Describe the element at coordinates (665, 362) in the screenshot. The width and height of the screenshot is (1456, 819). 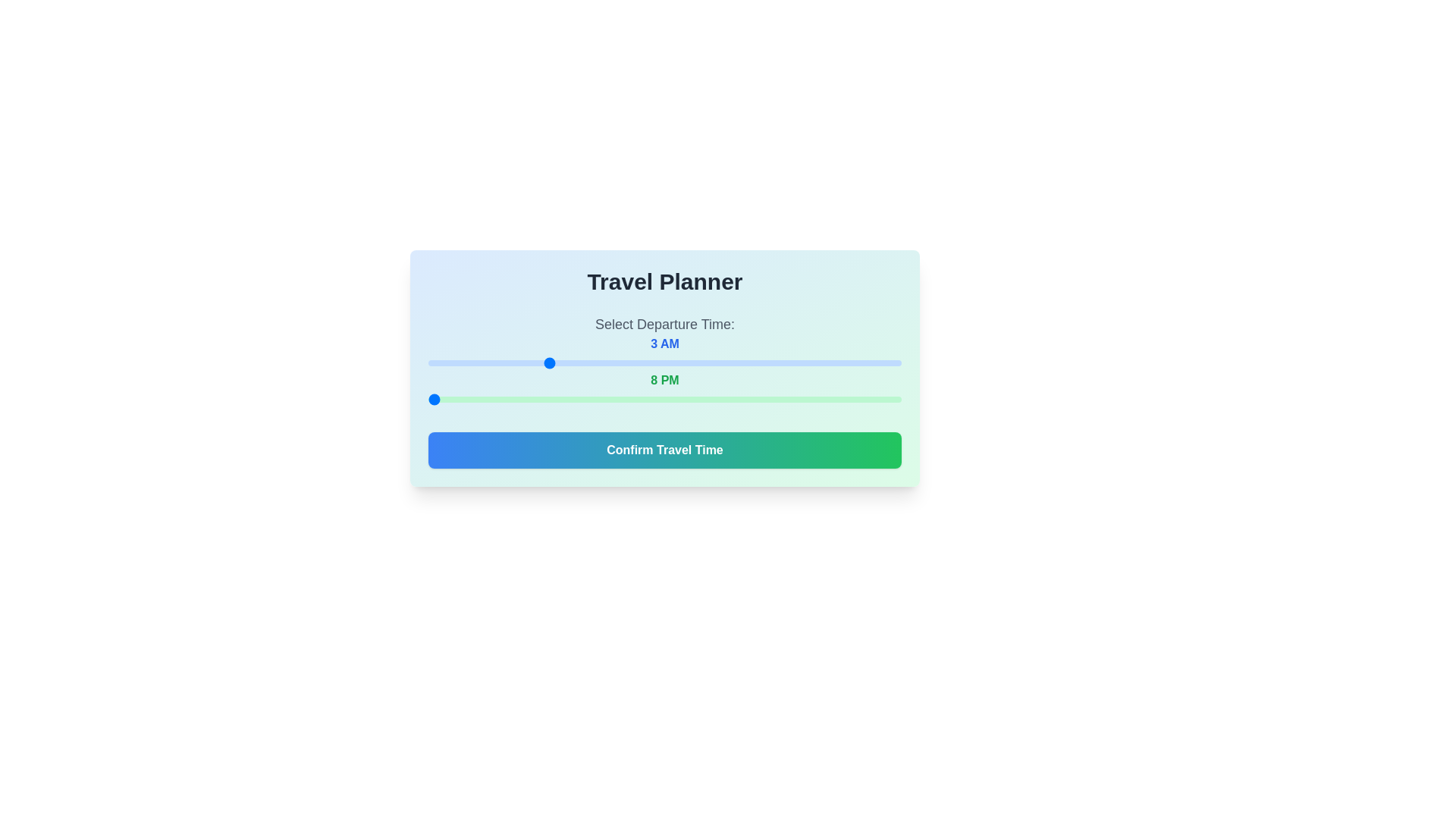
I see `departure time` at that location.